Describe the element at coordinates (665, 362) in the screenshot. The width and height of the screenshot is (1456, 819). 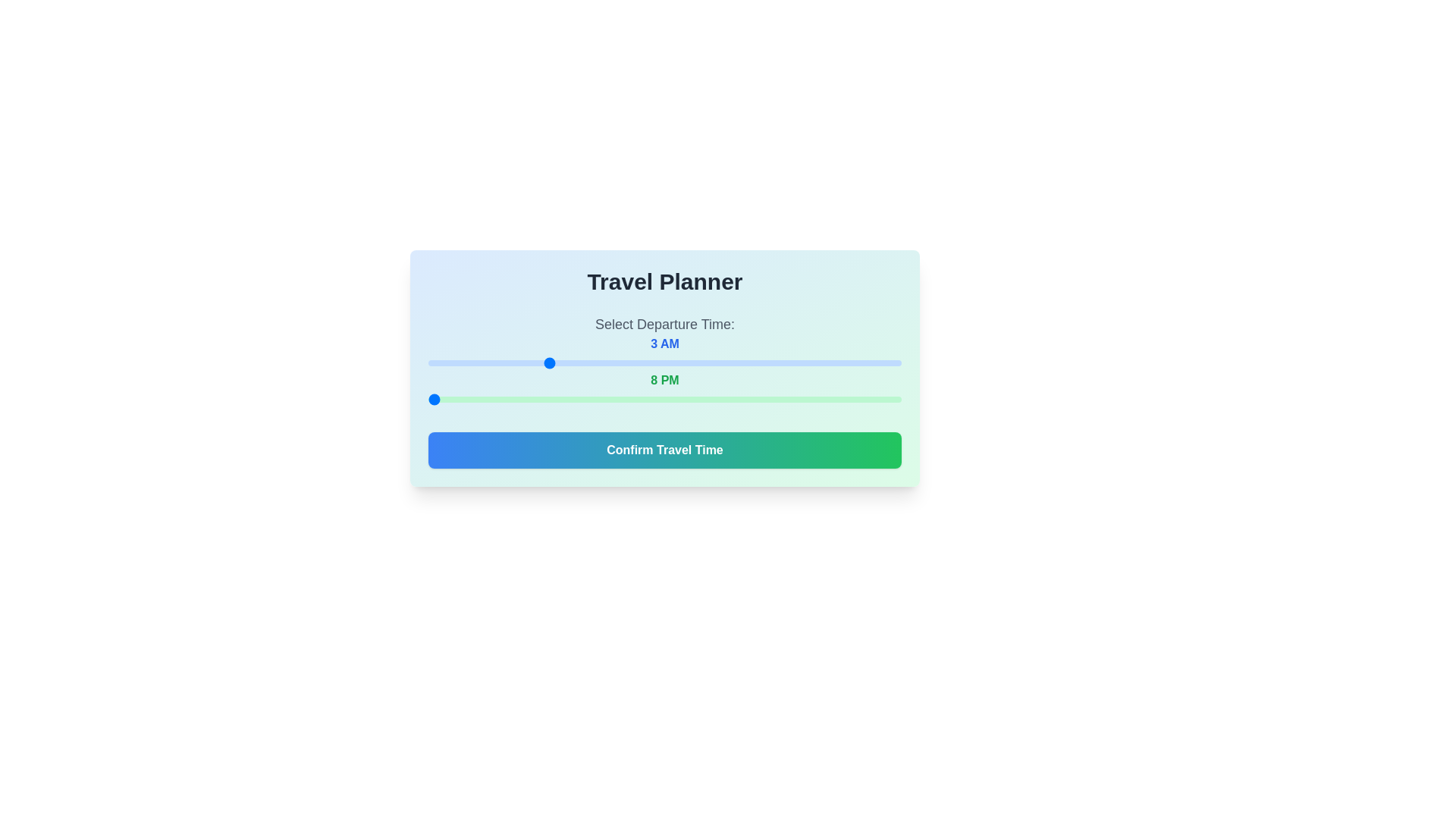
I see `departure time` at that location.